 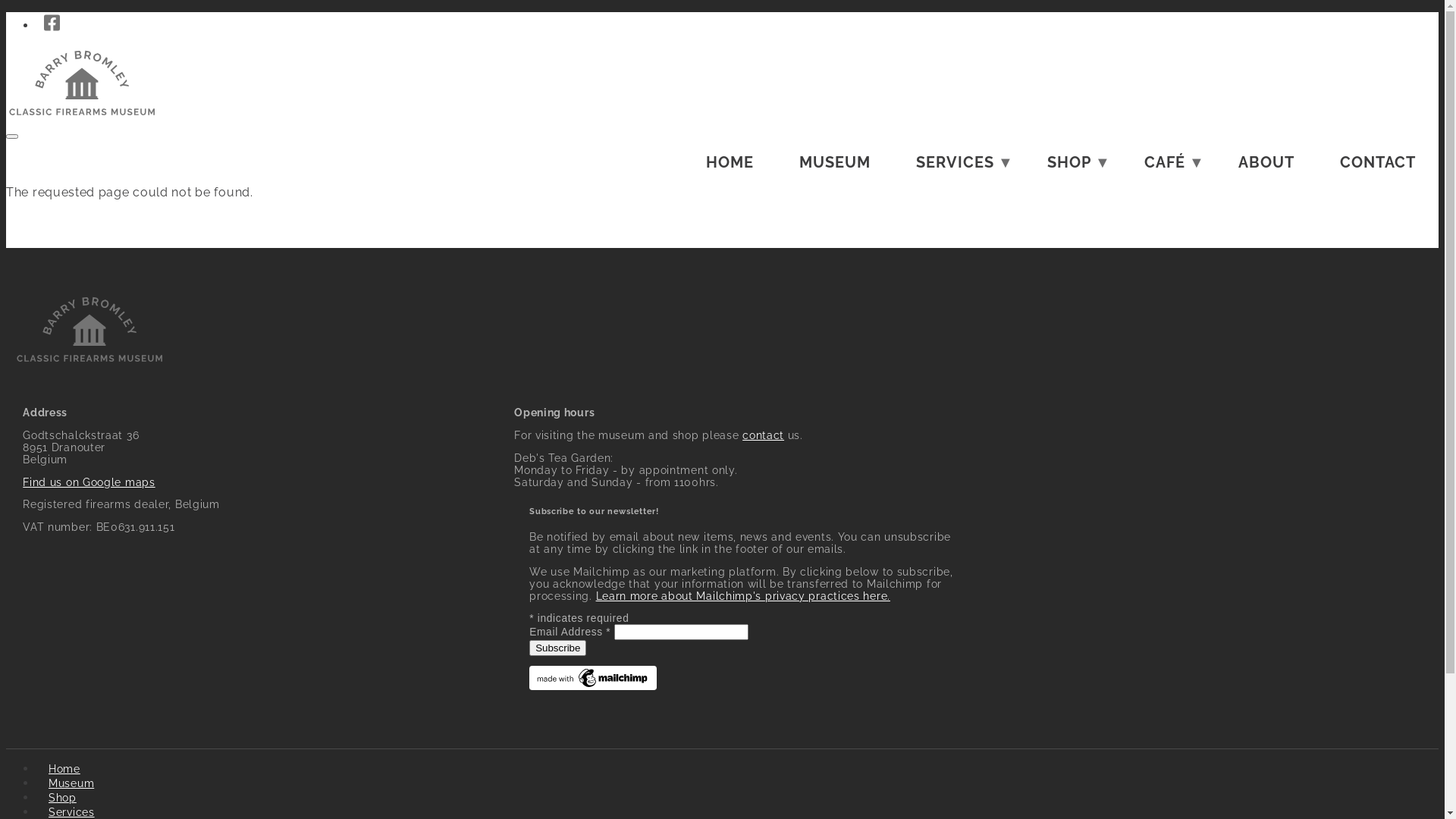 What do you see at coordinates (730, 162) in the screenshot?
I see `'HOME'` at bounding box center [730, 162].